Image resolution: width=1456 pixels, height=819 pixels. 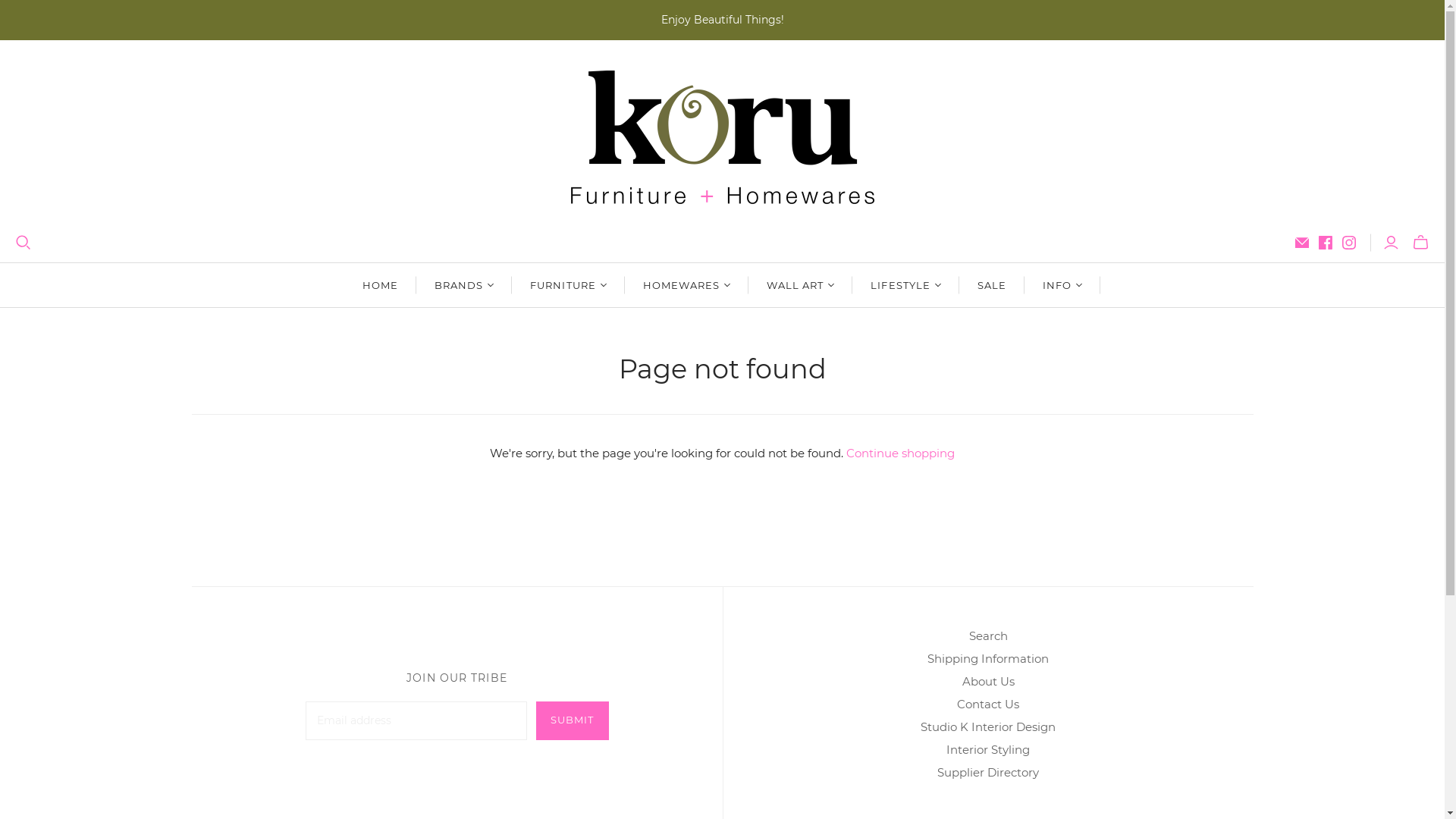 I want to click on 'Continue shopping', so click(x=846, y=452).